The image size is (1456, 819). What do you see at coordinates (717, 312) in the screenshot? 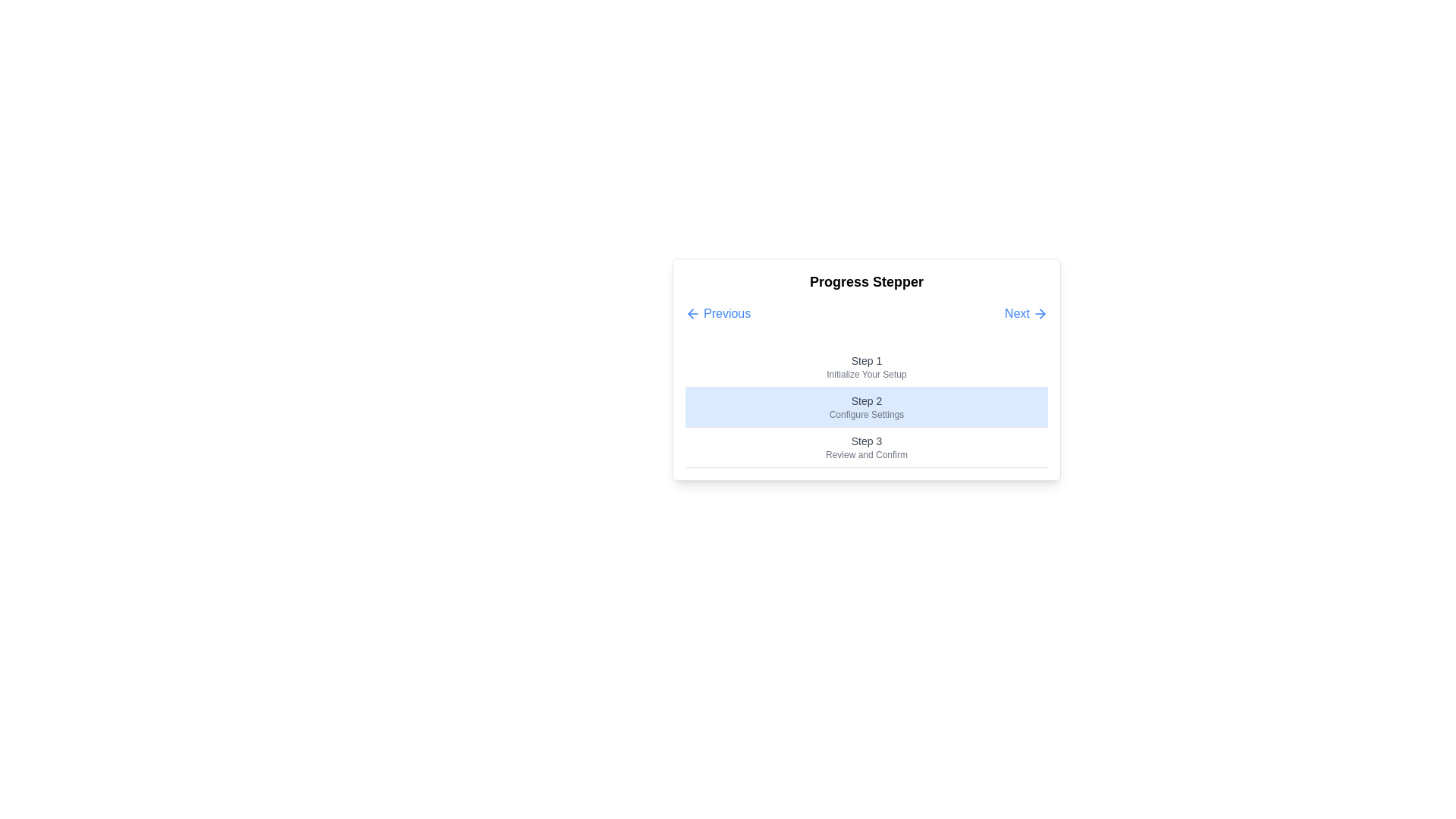
I see `the 'Back' button located on the left side of the title section, adjacent to the 'Next' button` at bounding box center [717, 312].